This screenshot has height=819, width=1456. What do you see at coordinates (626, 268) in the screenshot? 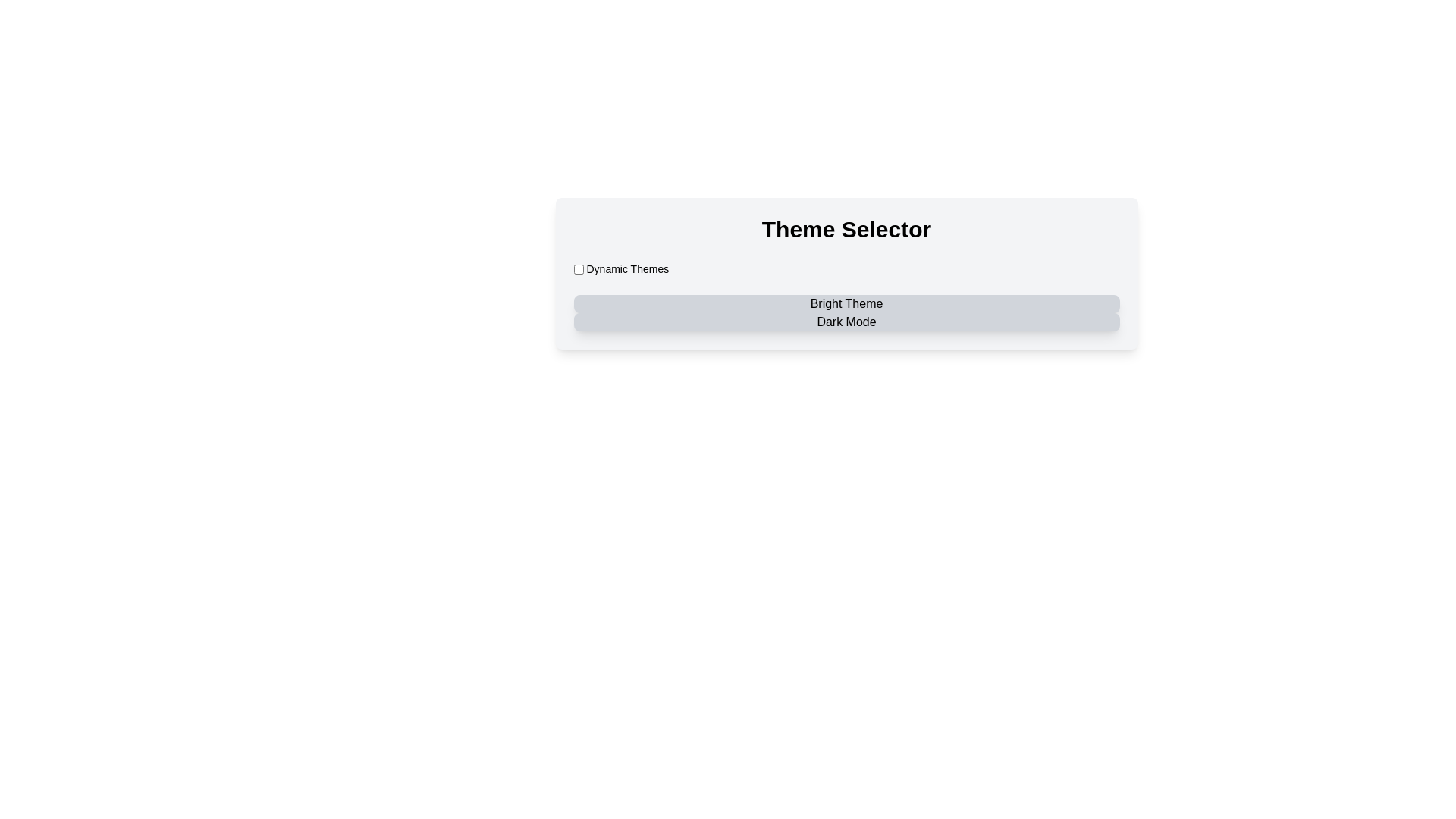
I see `the text label displaying 'Dynamic Themes' located immediately to the right of the 'accept-toggle' checkbox` at bounding box center [626, 268].